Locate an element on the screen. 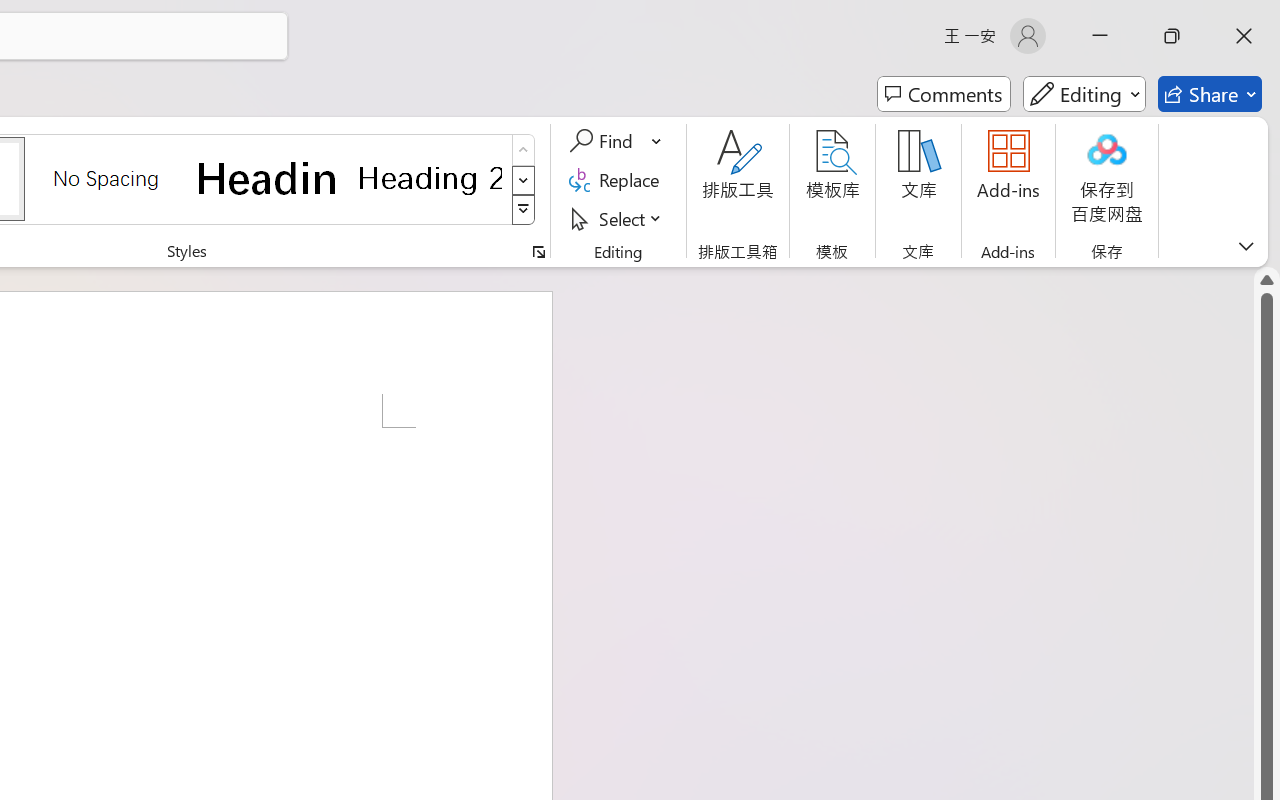  'Styles' is located at coordinates (523, 210).